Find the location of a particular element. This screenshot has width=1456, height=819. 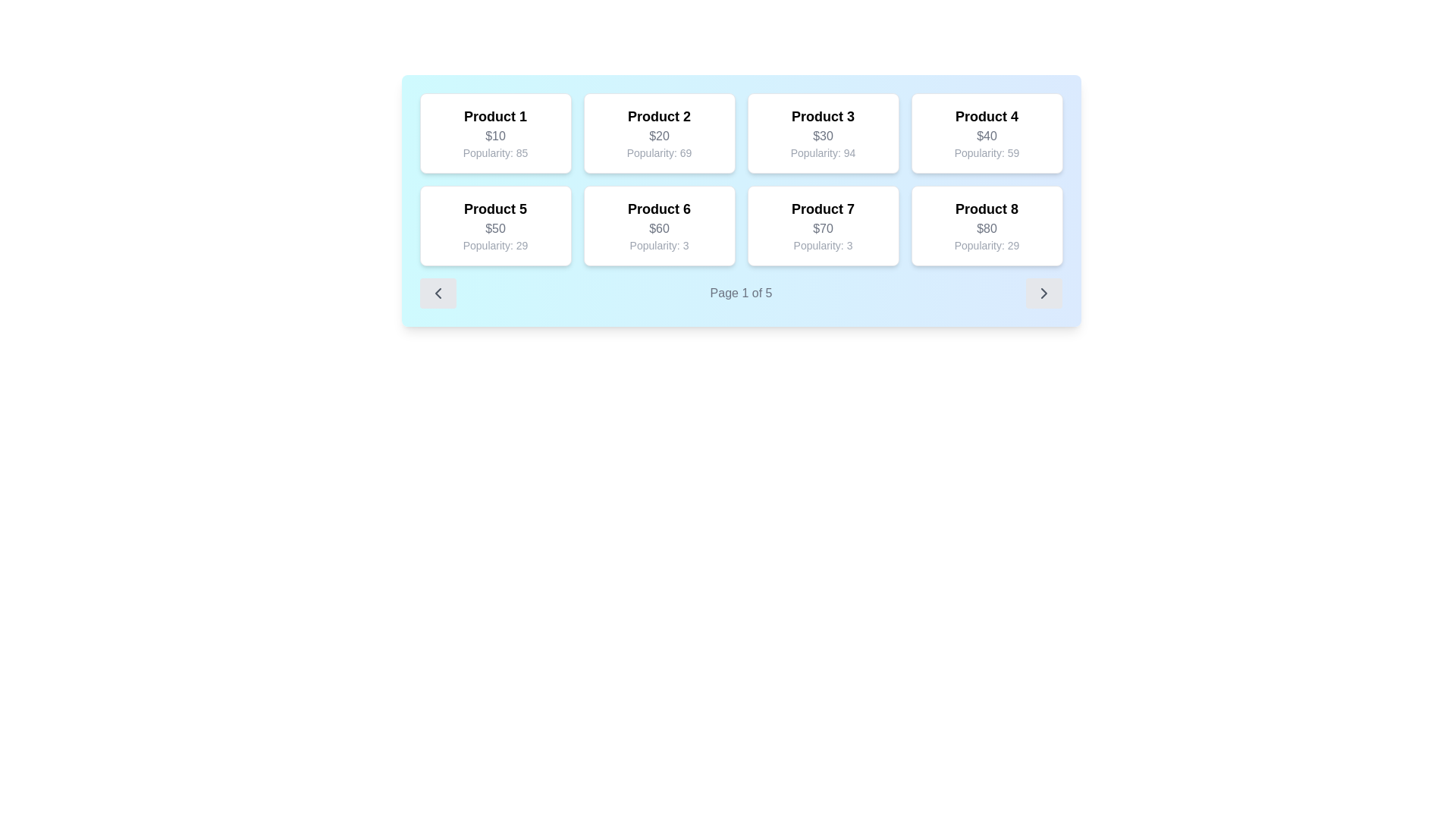

the Text Label indicating the popularity score ('69') of 'Product 2', which is positioned below the price label '$20' is located at coordinates (659, 152).